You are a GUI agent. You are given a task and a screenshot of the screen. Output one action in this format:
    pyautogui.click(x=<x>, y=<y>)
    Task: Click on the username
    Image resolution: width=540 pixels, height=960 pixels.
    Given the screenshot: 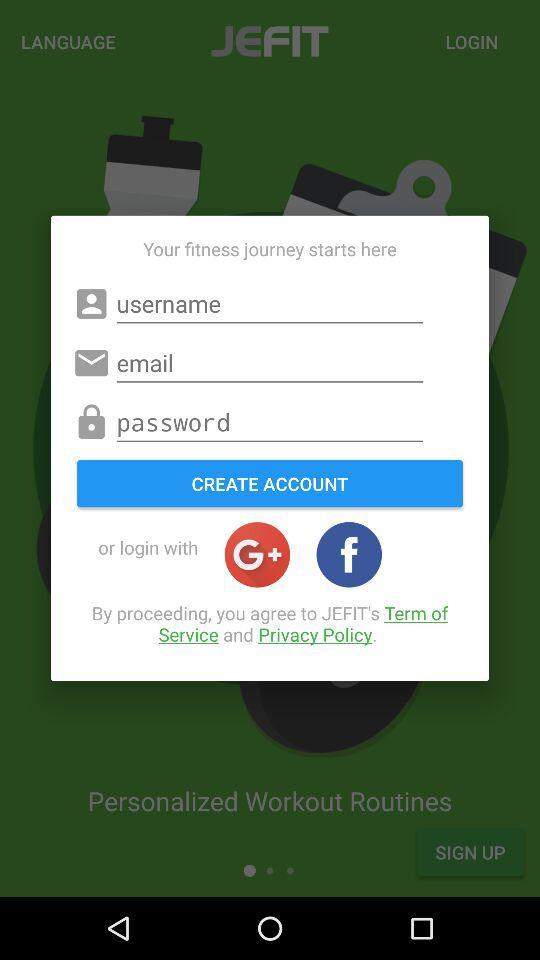 What is the action you would take?
    pyautogui.click(x=270, y=304)
    